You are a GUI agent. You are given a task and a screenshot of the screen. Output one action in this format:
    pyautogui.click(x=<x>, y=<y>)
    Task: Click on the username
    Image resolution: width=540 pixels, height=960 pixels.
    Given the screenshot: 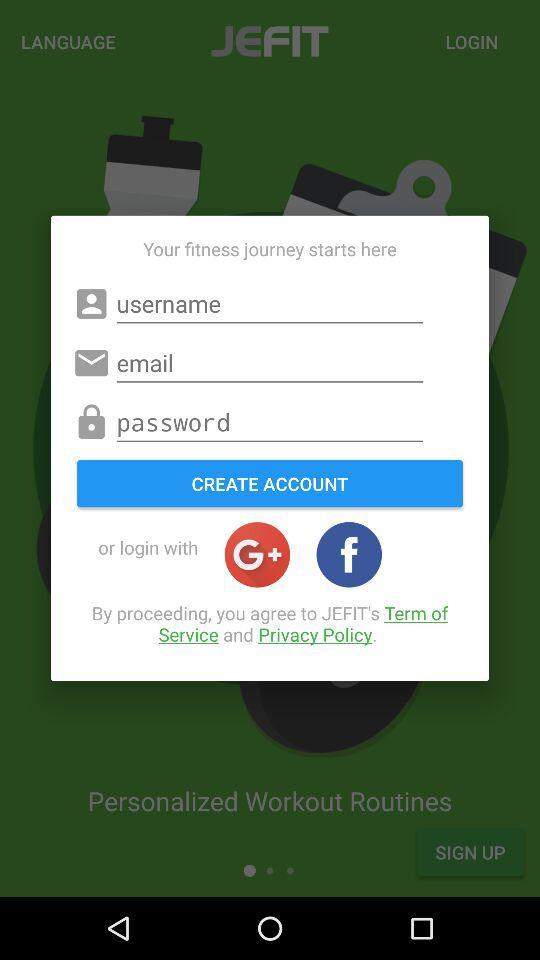 What is the action you would take?
    pyautogui.click(x=270, y=304)
    